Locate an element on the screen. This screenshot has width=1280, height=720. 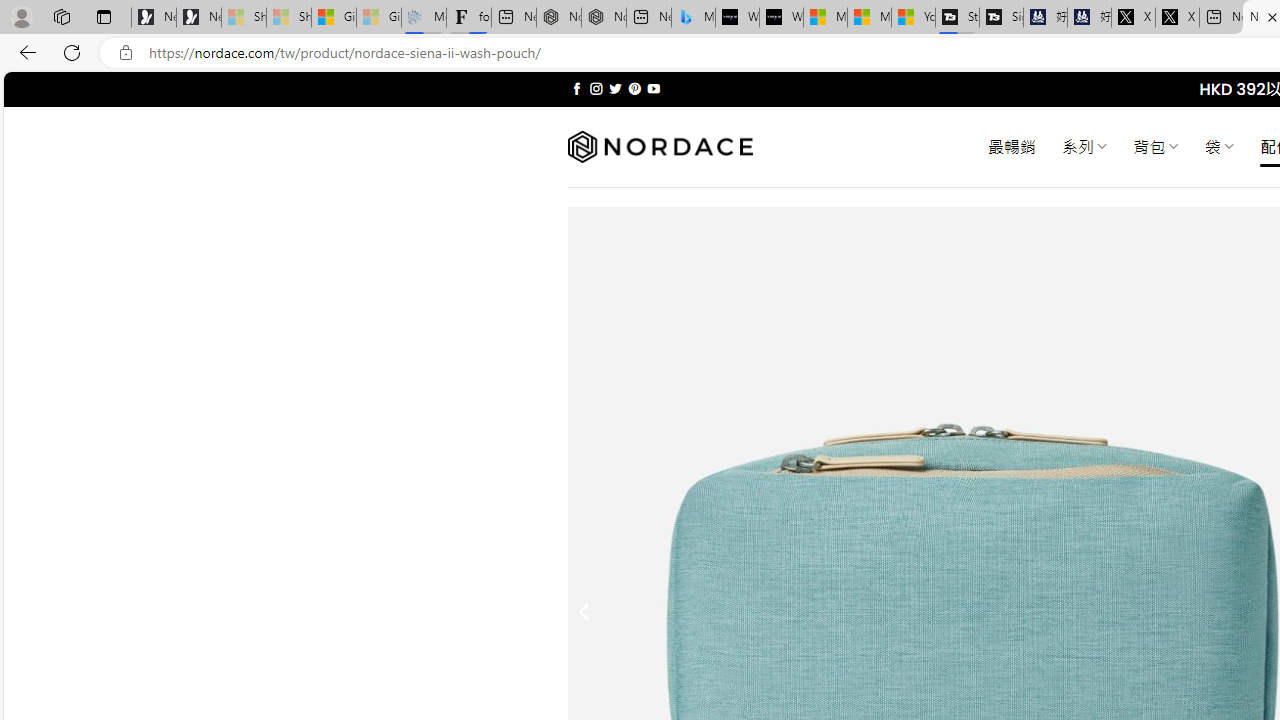
'Back' is located at coordinates (24, 51).